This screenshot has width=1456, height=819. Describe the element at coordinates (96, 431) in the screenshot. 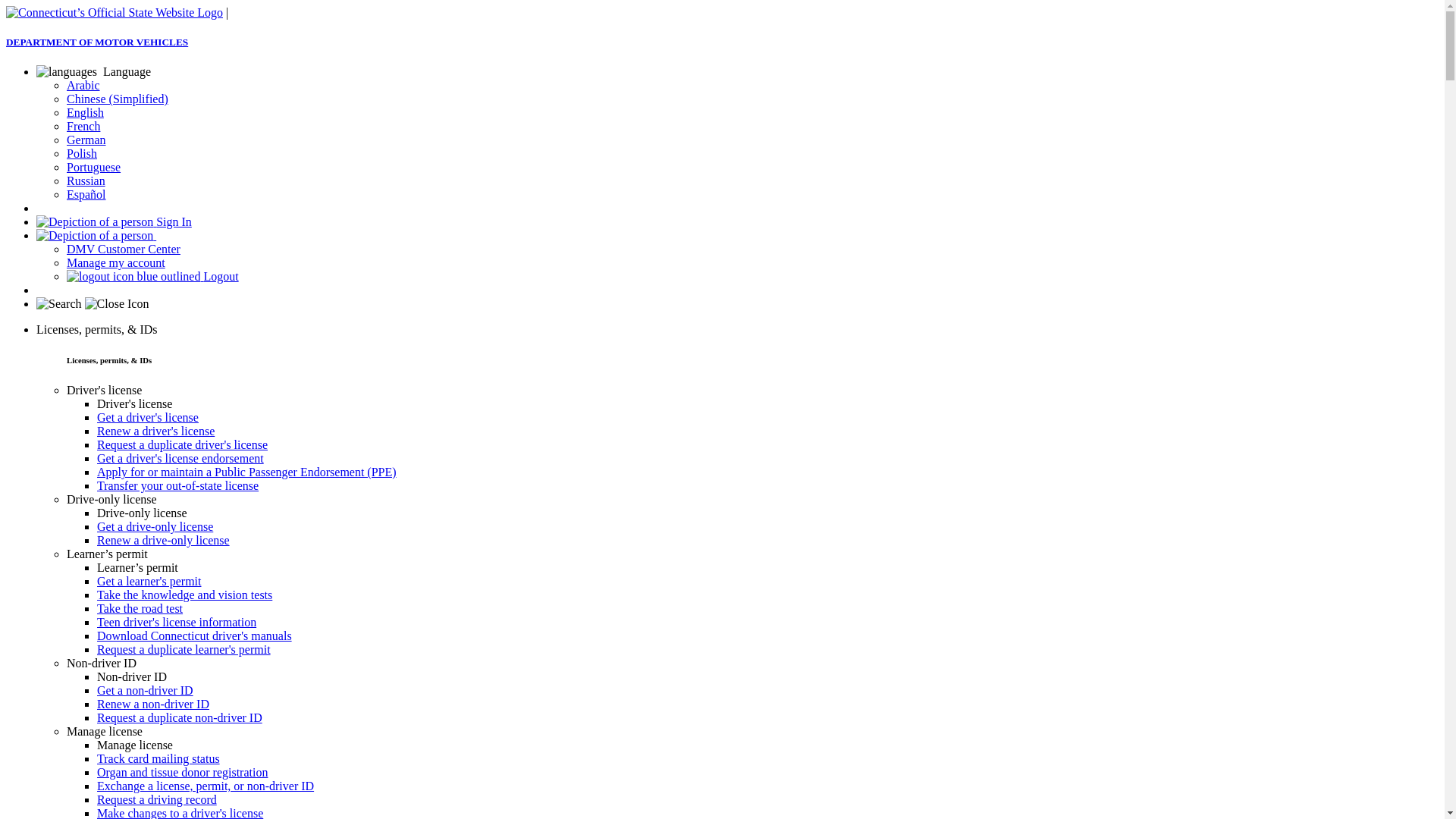

I see `'Renew a driver's license'` at that location.